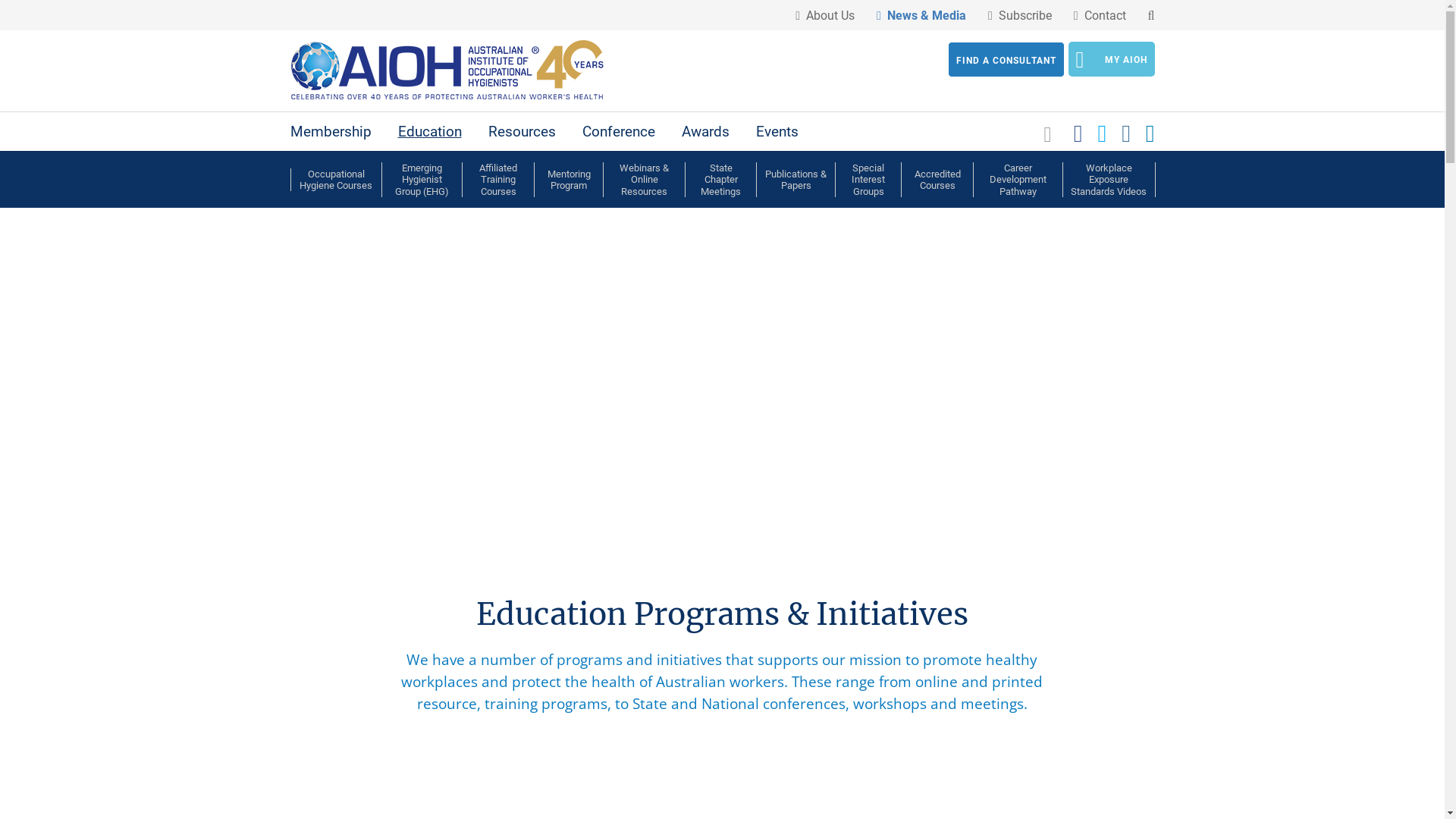  Describe the element at coordinates (1019, 15) in the screenshot. I see `'  Subscribe'` at that location.